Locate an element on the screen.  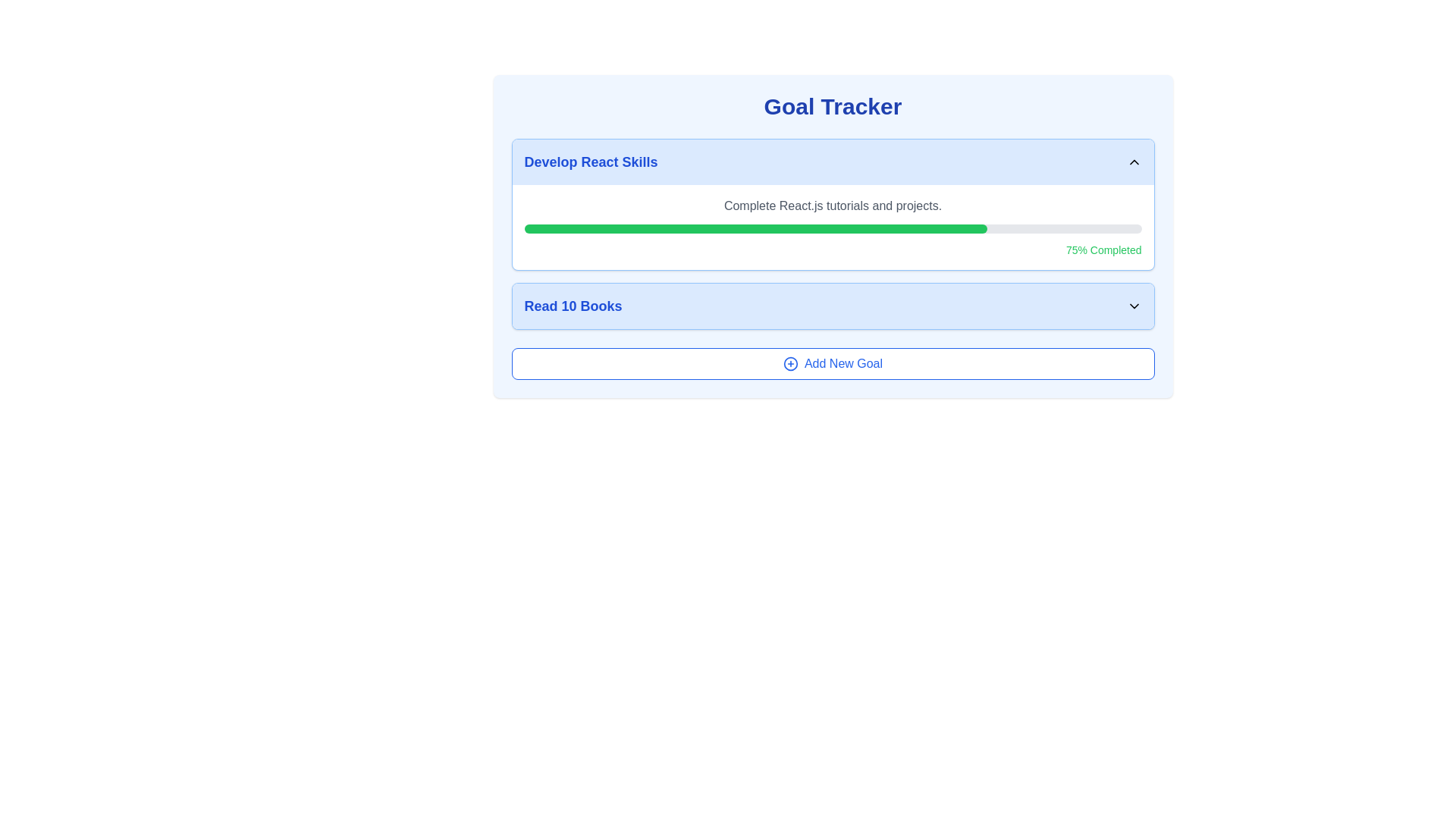
the progress tracker component labeled 'Develop React Skills' which contains the progress bar indicating '75% Completed' for potential interactivity is located at coordinates (832, 234).